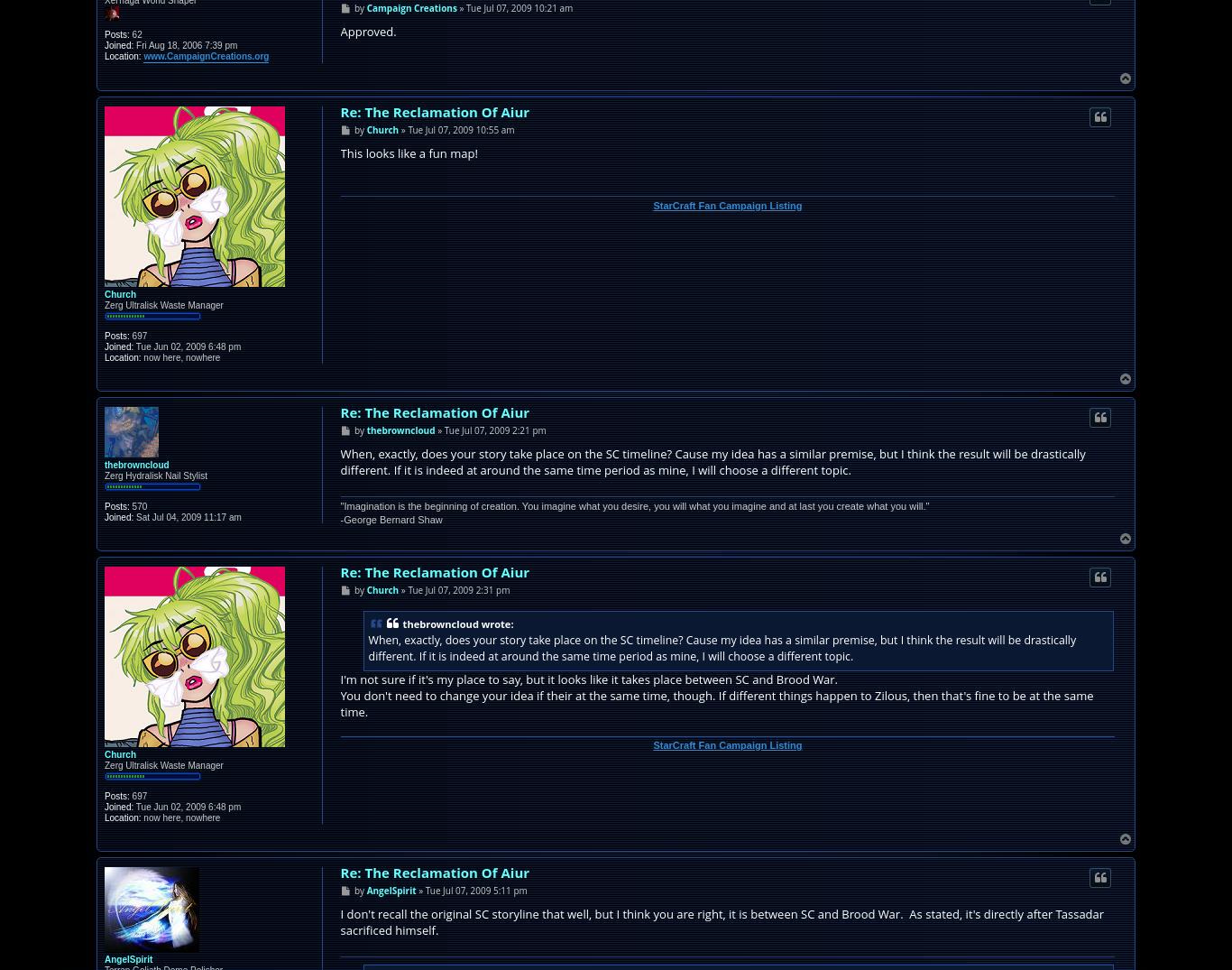 The height and width of the screenshot is (970, 1232). I want to click on 'Approved.', so click(367, 29).